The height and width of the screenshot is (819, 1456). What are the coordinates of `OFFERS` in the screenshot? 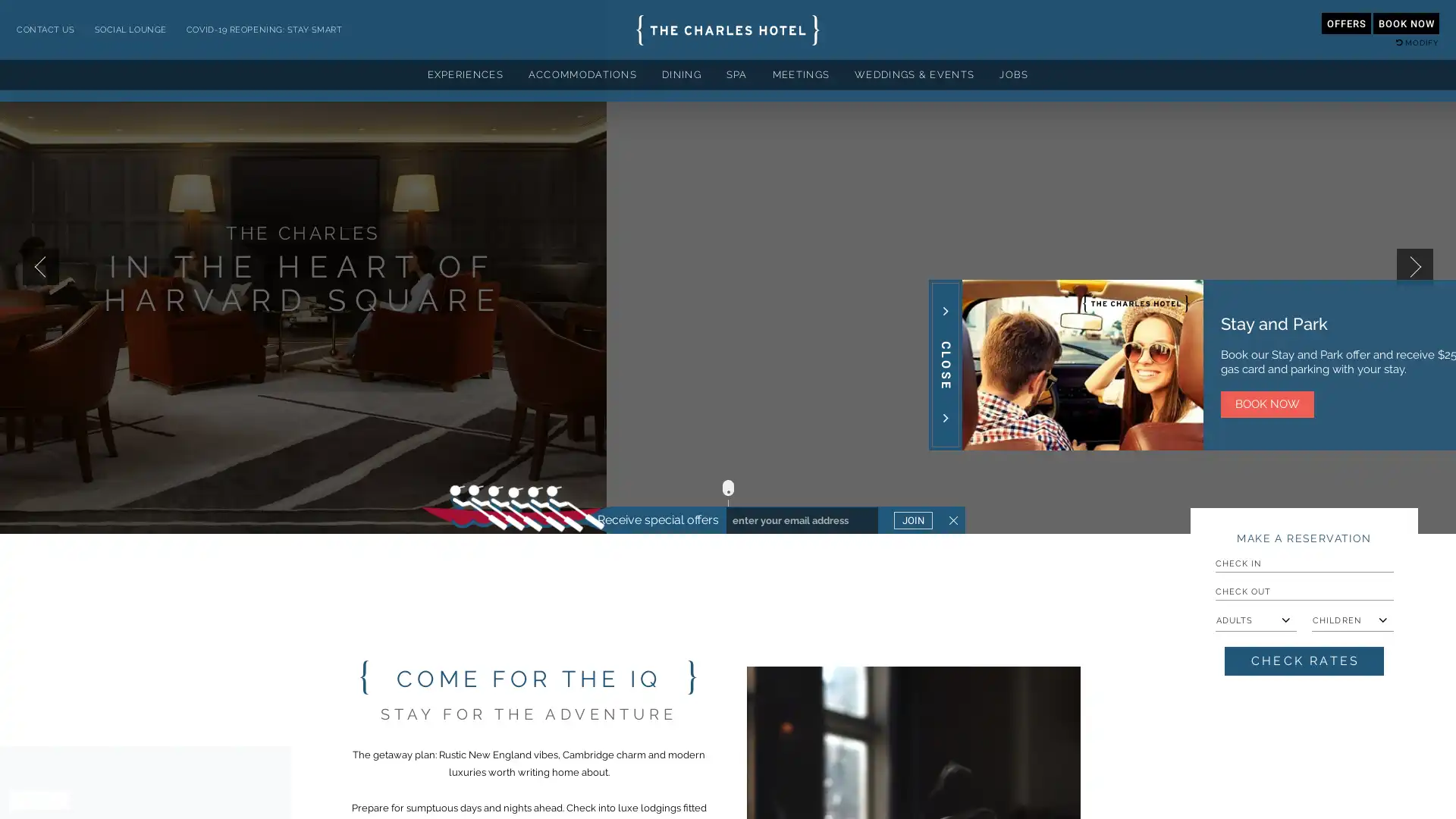 It's located at (1346, 23).